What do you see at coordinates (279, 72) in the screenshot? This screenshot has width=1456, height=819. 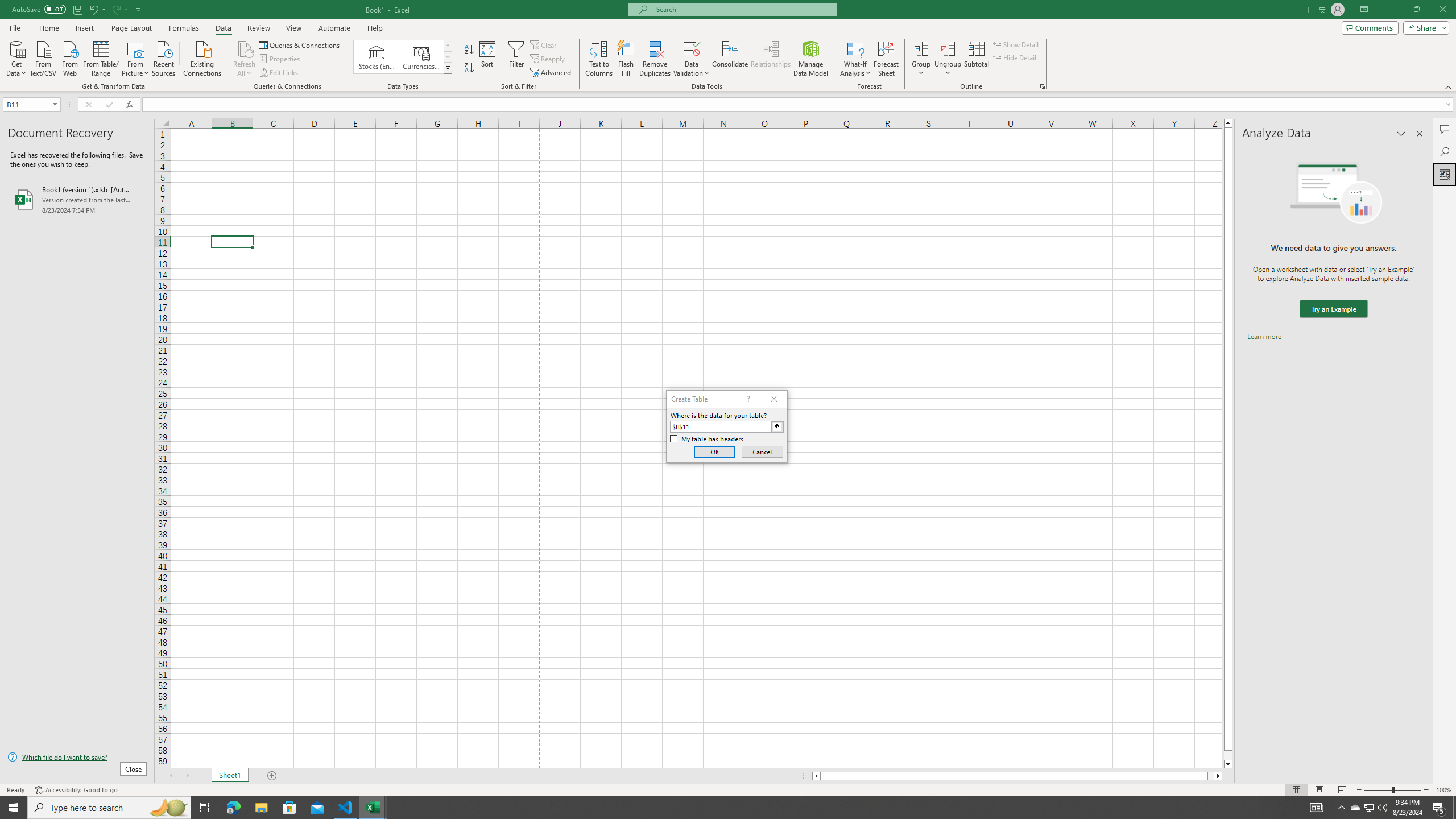 I see `'Edit Links'` at bounding box center [279, 72].